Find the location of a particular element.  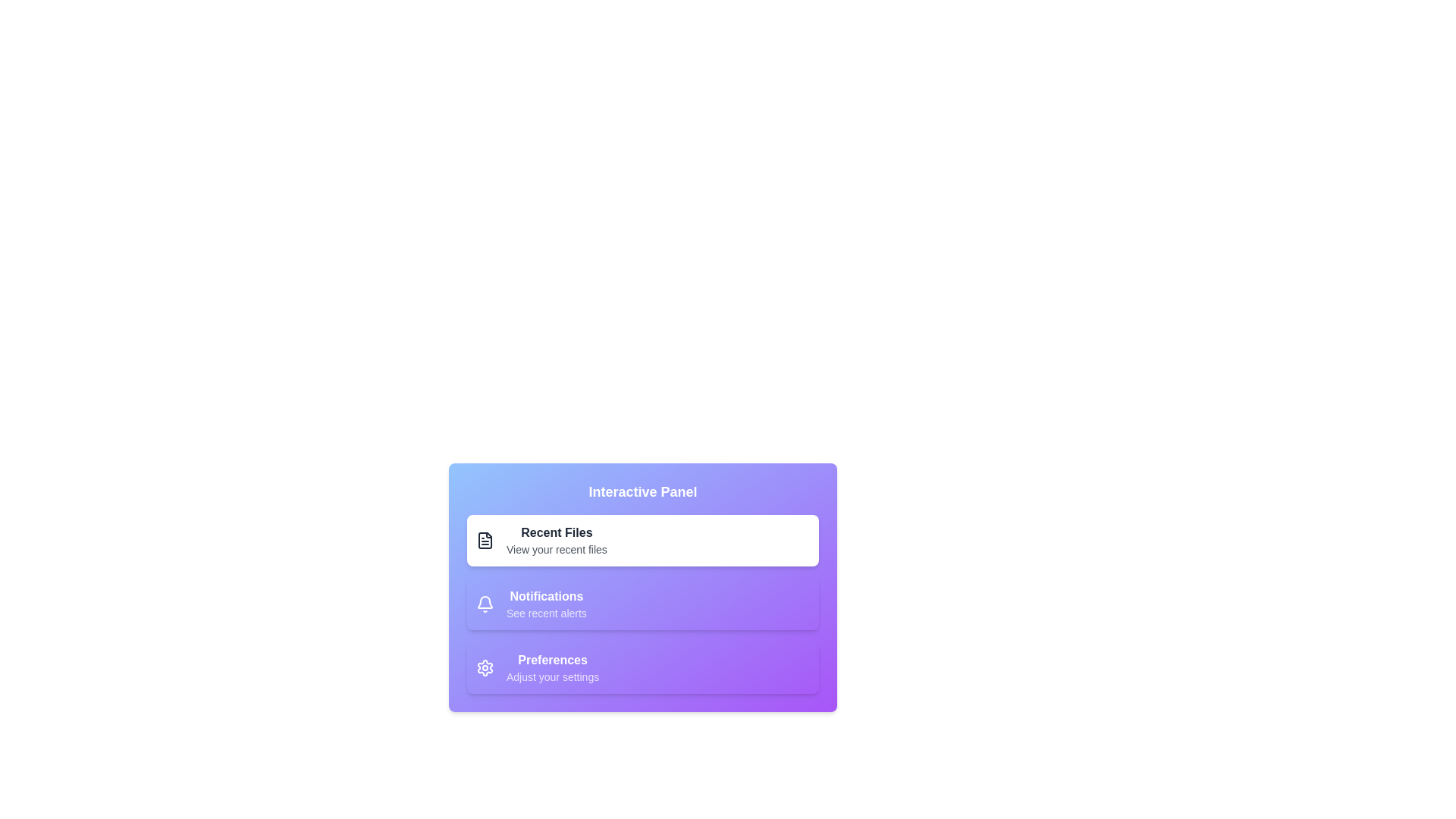

the section titled Preferences to view its tooltip is located at coordinates (643, 667).